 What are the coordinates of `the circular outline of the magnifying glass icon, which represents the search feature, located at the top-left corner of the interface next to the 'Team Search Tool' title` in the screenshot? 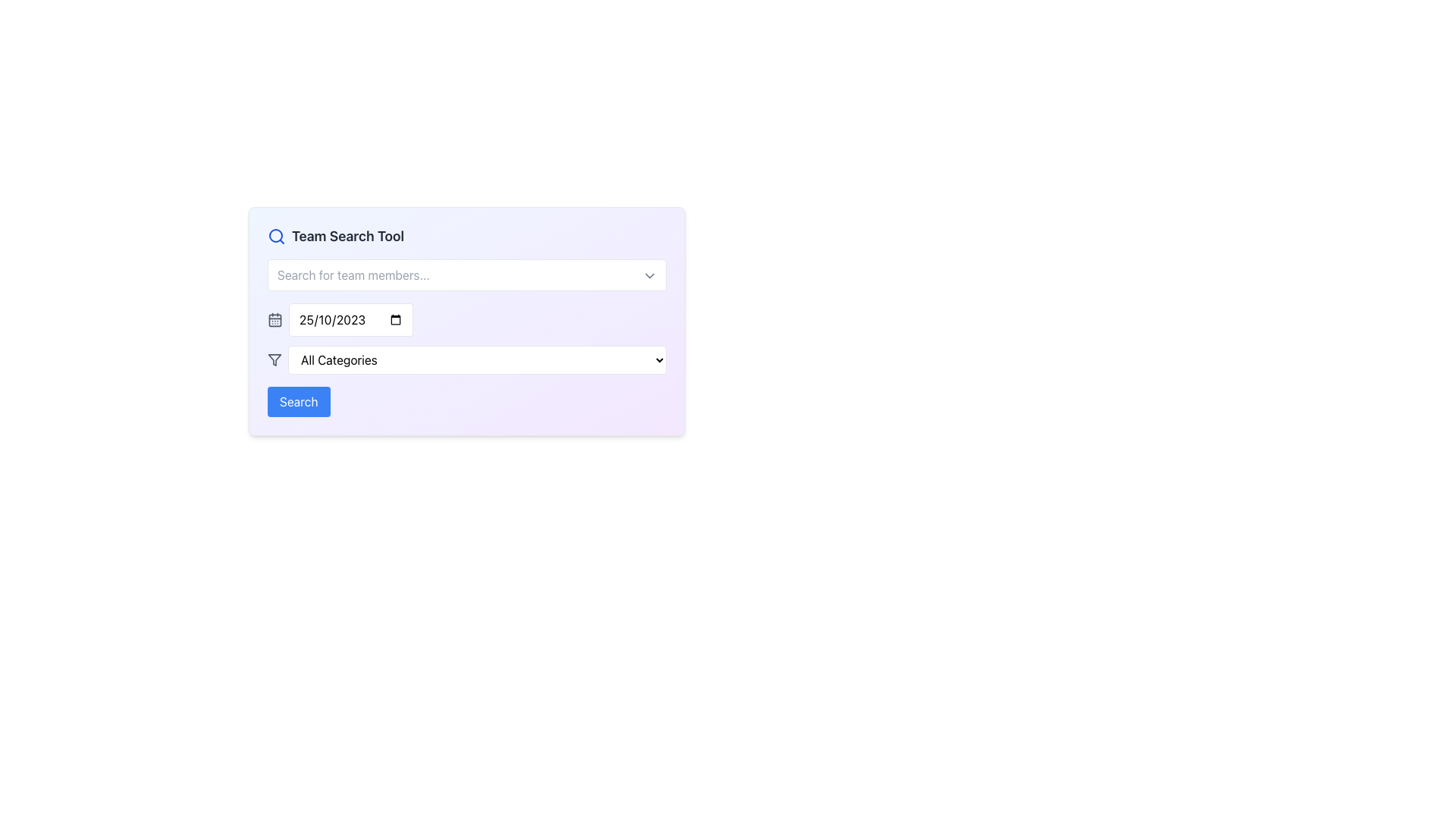 It's located at (276, 236).